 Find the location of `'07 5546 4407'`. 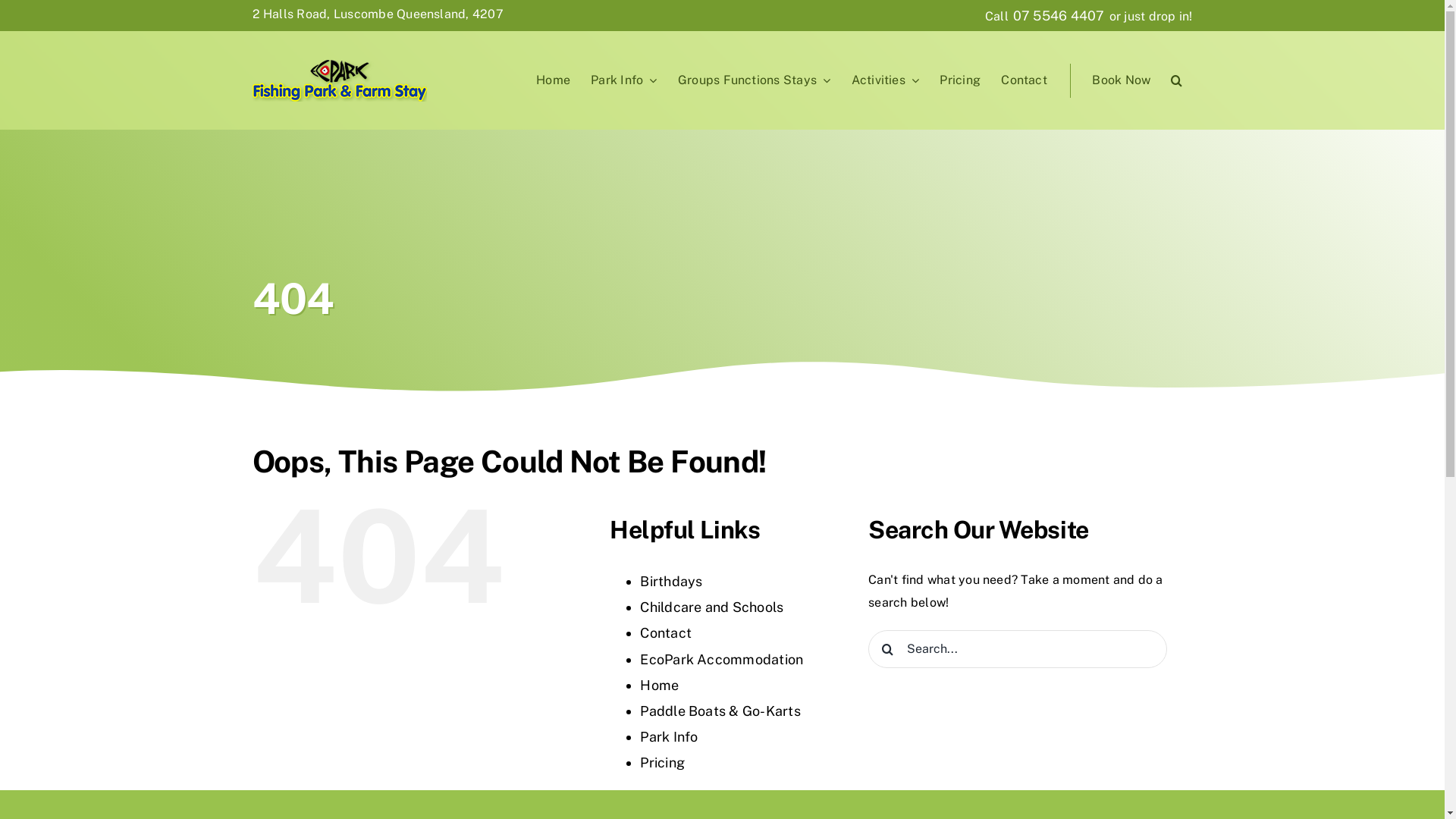

'07 5546 4407' is located at coordinates (1058, 15).